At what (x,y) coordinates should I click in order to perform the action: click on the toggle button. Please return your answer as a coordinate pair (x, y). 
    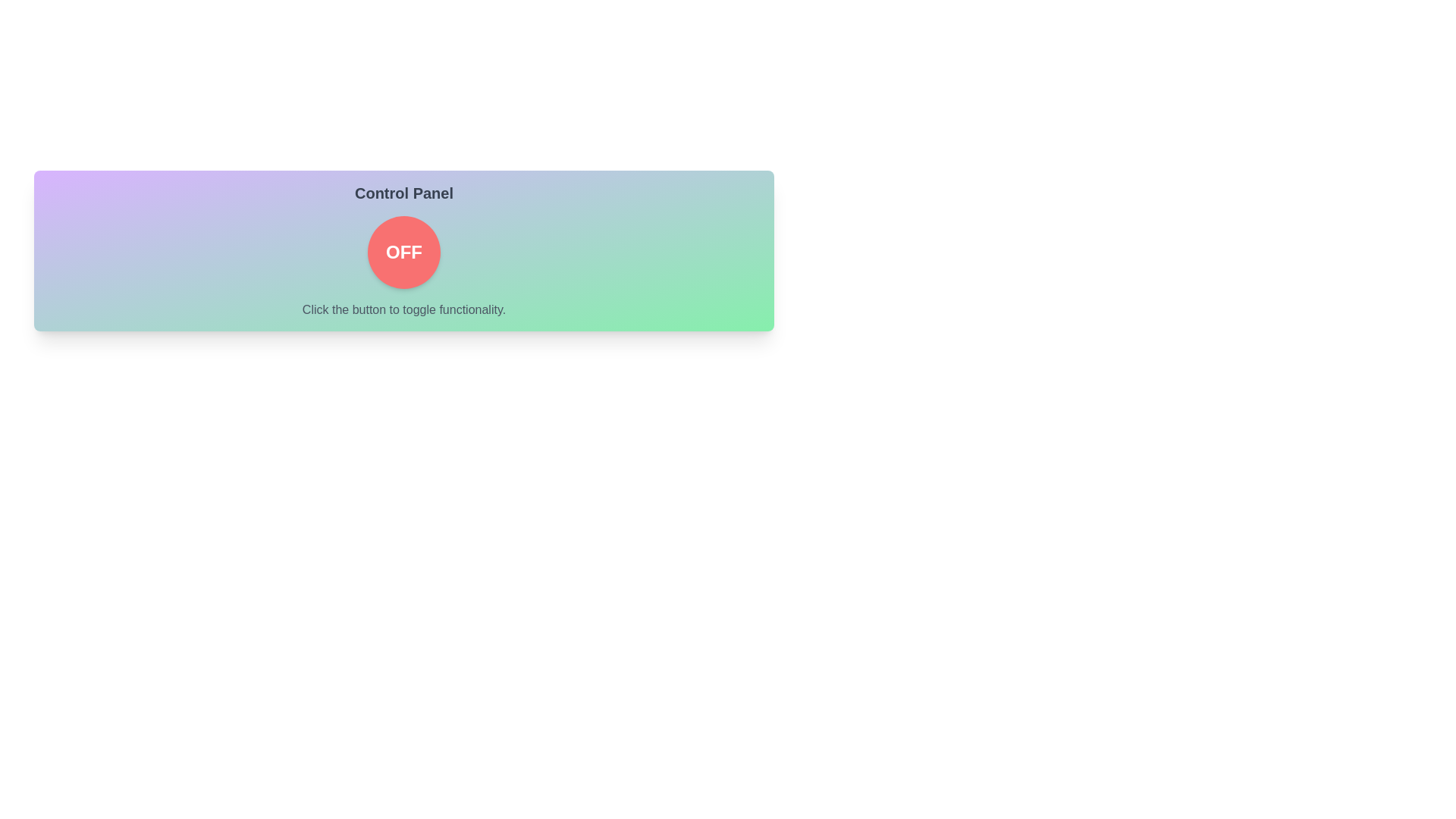
    Looking at the image, I should click on (403, 251).